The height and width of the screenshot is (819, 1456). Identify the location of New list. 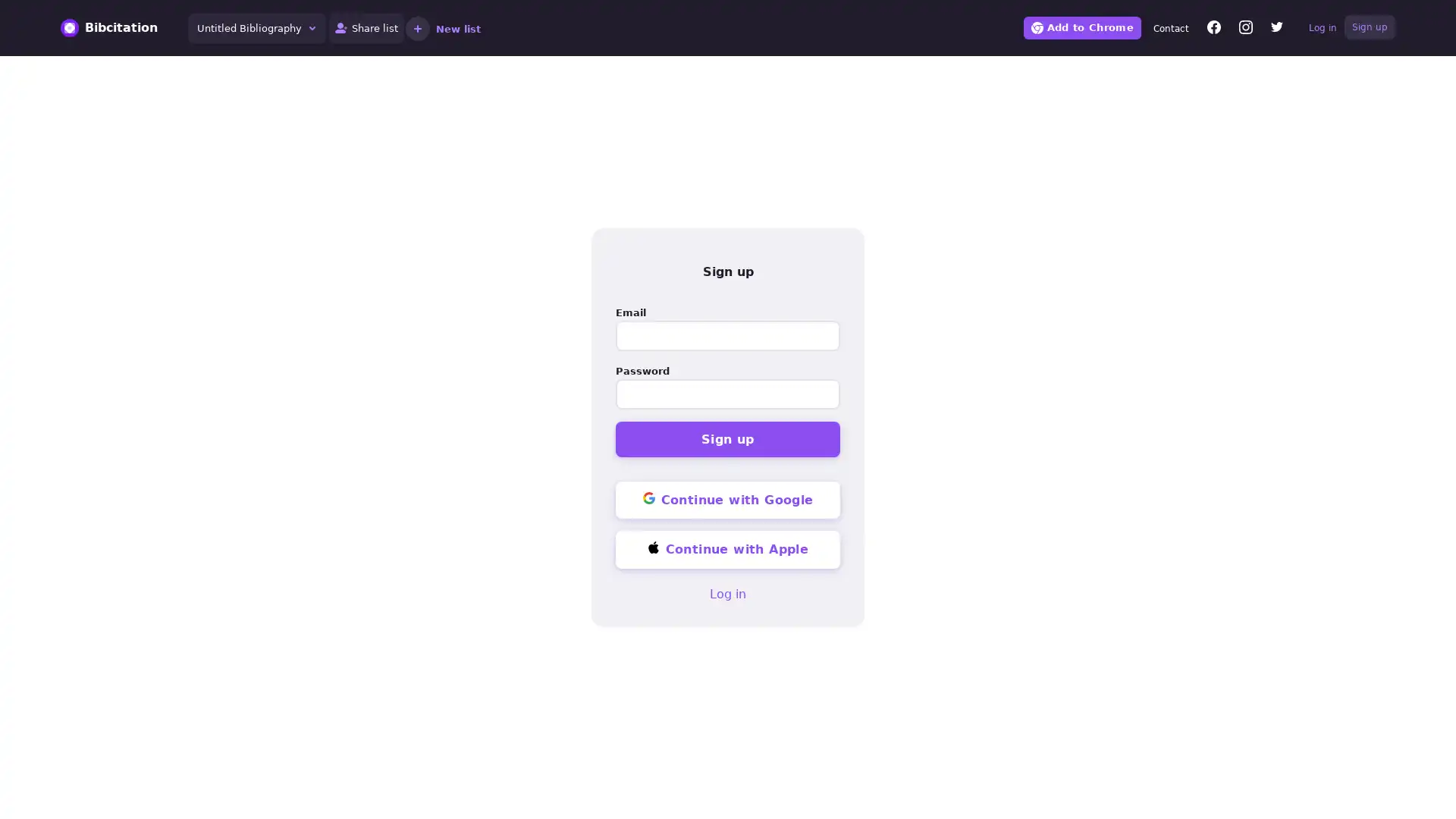
(442, 28).